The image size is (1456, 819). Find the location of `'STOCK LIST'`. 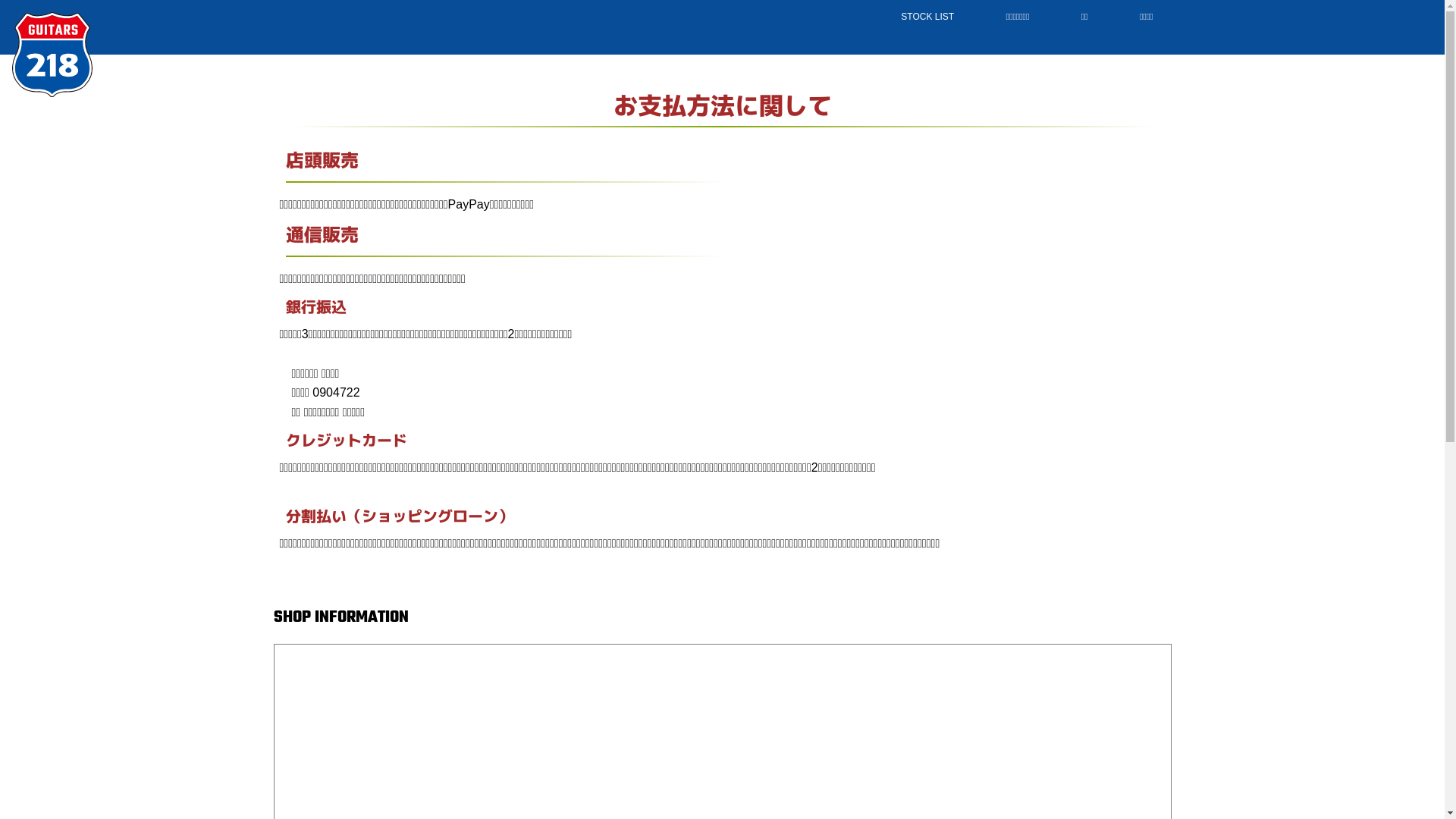

'STOCK LIST' is located at coordinates (877, 17).